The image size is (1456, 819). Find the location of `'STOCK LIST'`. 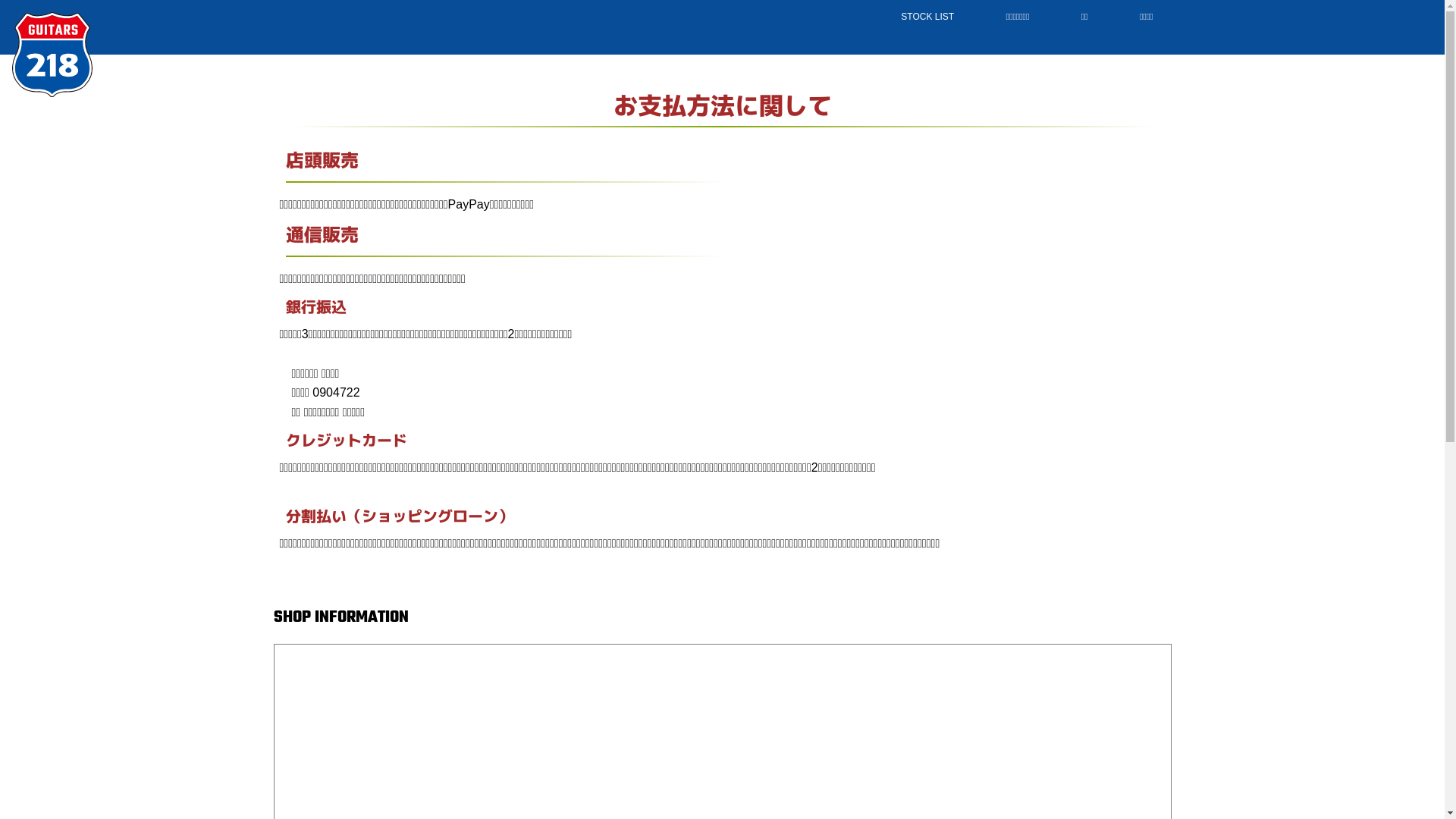

'STOCK LIST' is located at coordinates (877, 17).